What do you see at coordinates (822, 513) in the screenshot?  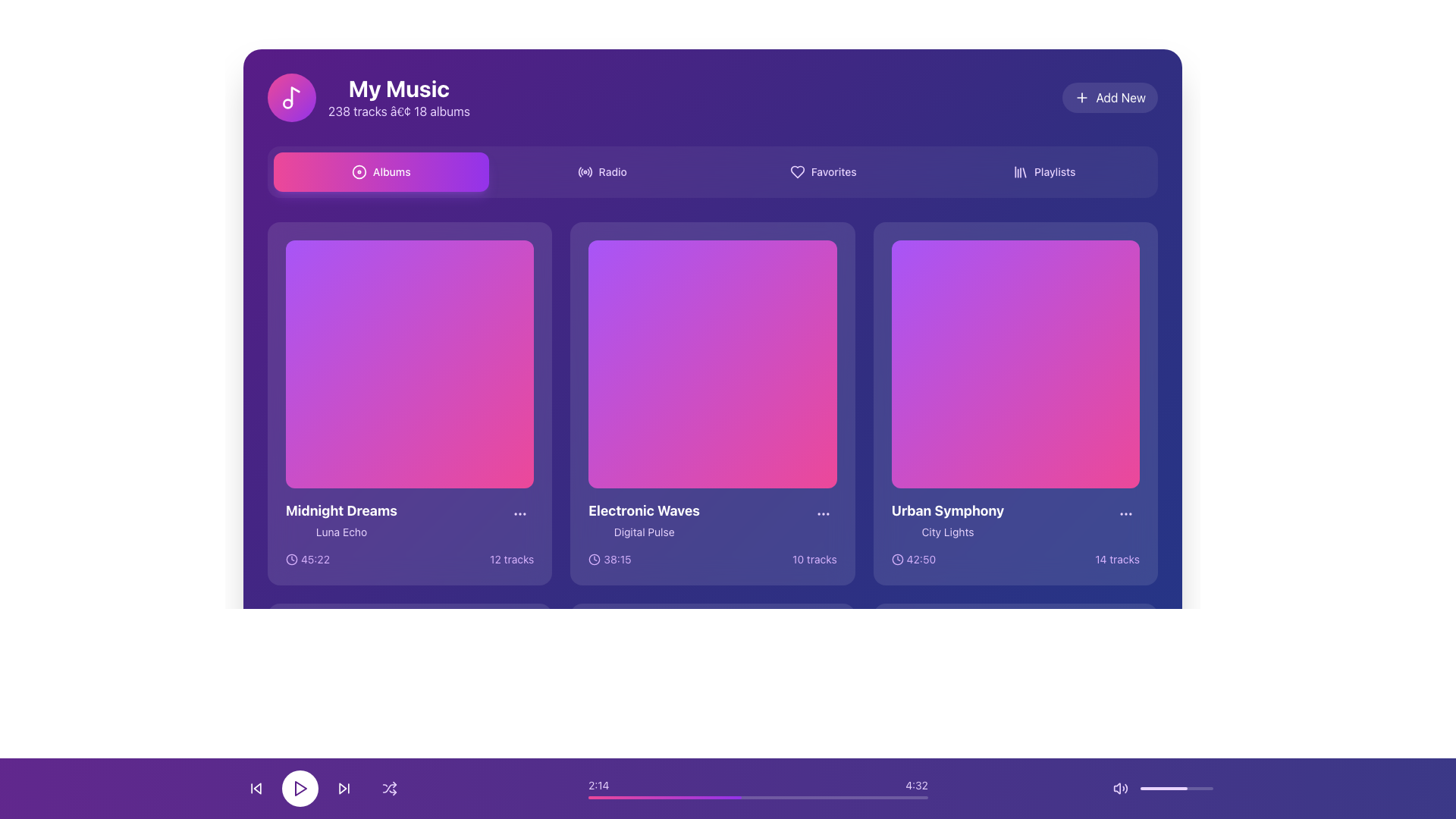 I see `the menu button located at the bottom right corner of the 'Electronic Waves' card` at bounding box center [822, 513].